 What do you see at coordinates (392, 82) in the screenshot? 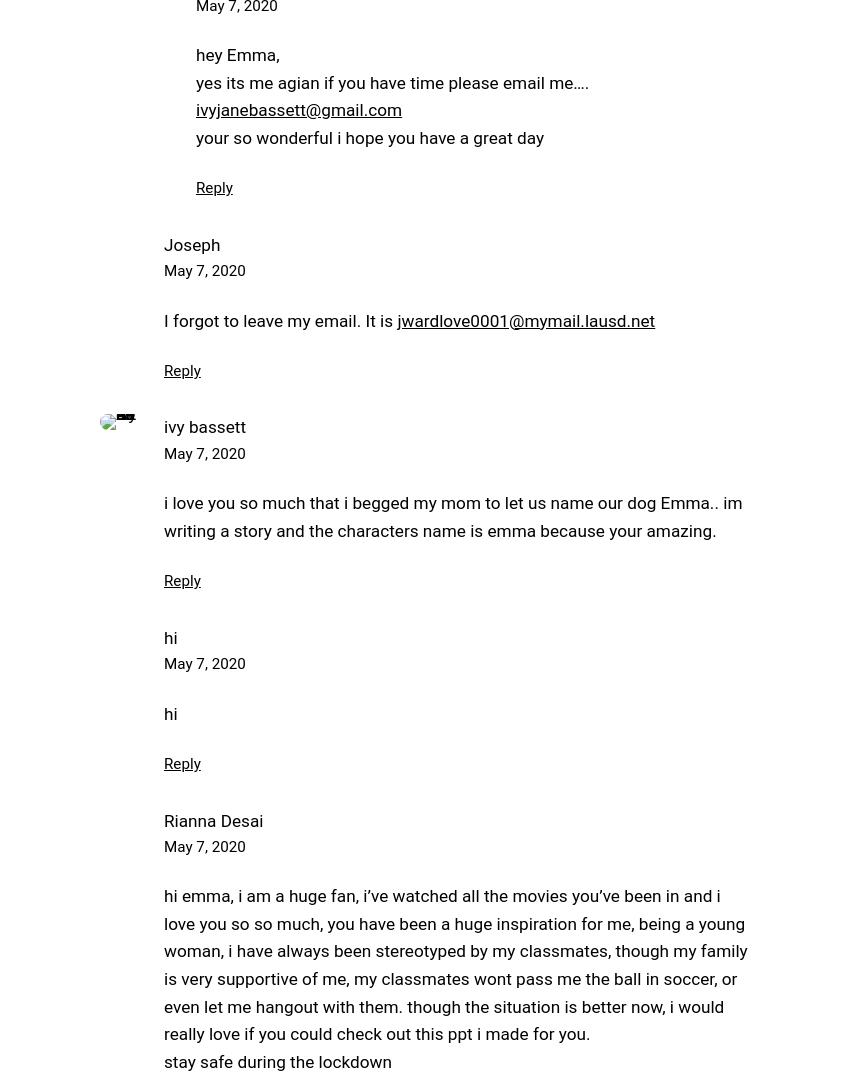
I see `'yes its me agian if you have time please email me….'` at bounding box center [392, 82].